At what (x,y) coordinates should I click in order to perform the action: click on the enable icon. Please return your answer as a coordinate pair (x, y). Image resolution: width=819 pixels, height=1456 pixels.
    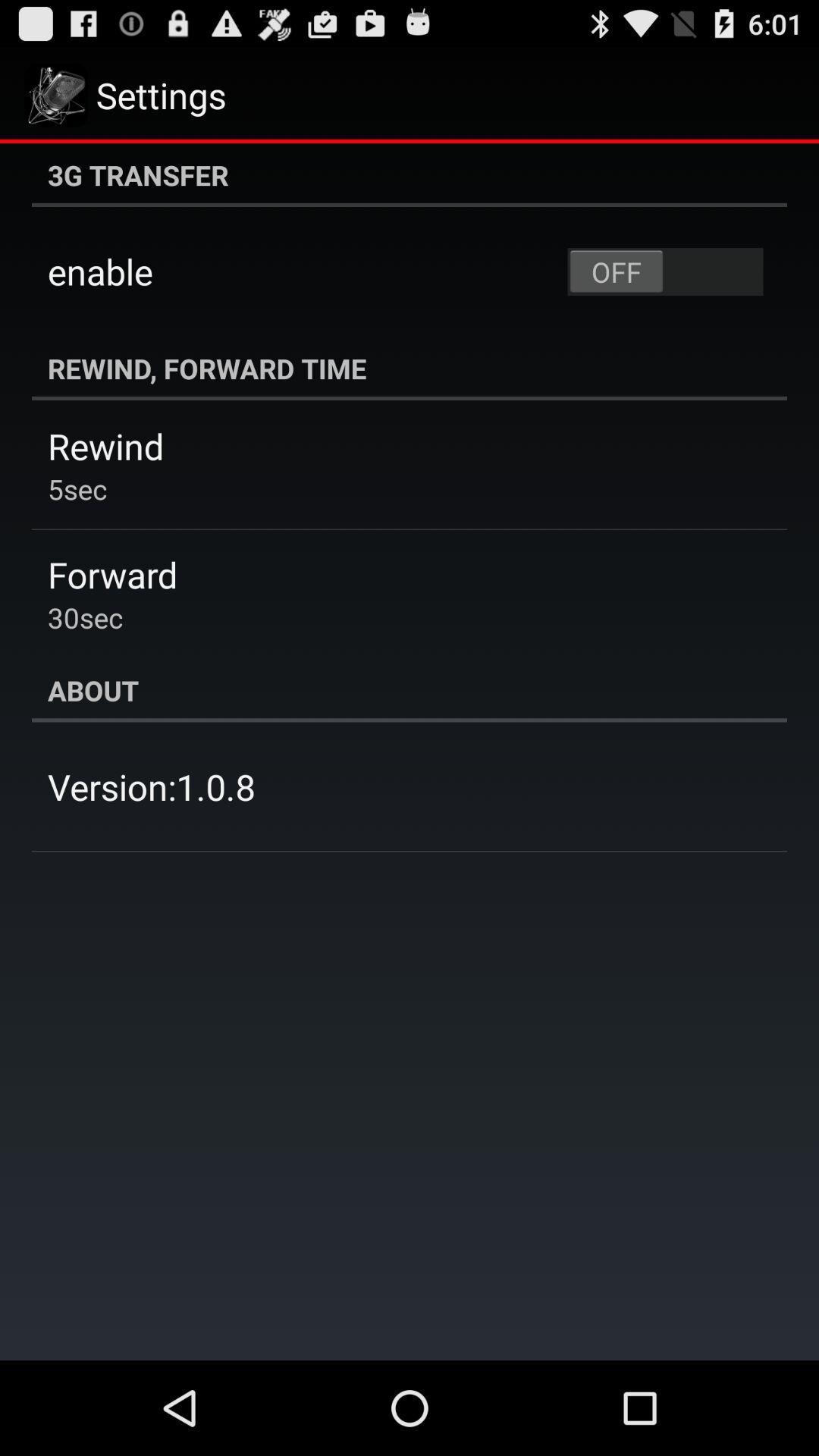
    Looking at the image, I should click on (100, 271).